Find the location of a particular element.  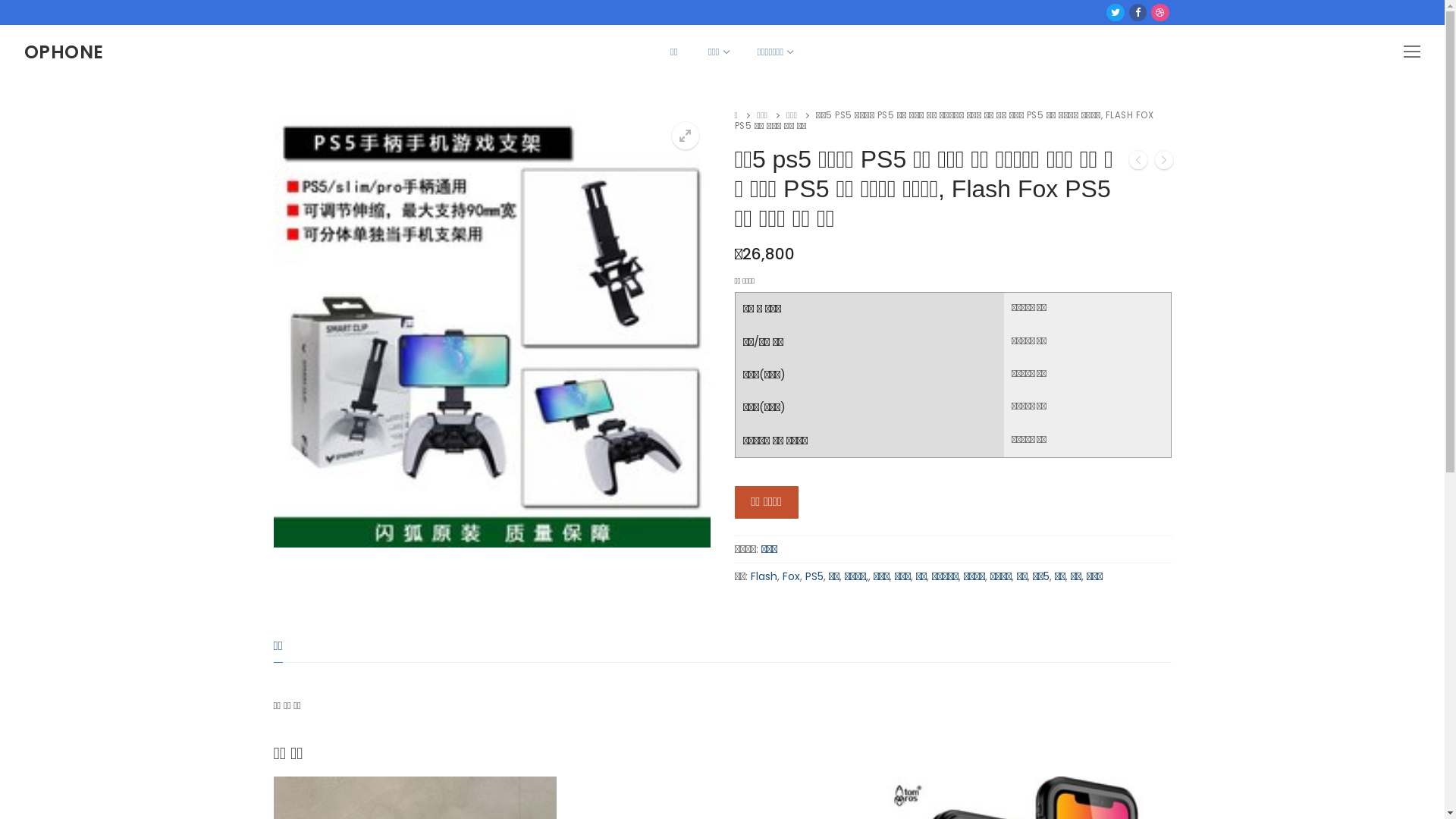

'Dribbble' is located at coordinates (1159, 12).